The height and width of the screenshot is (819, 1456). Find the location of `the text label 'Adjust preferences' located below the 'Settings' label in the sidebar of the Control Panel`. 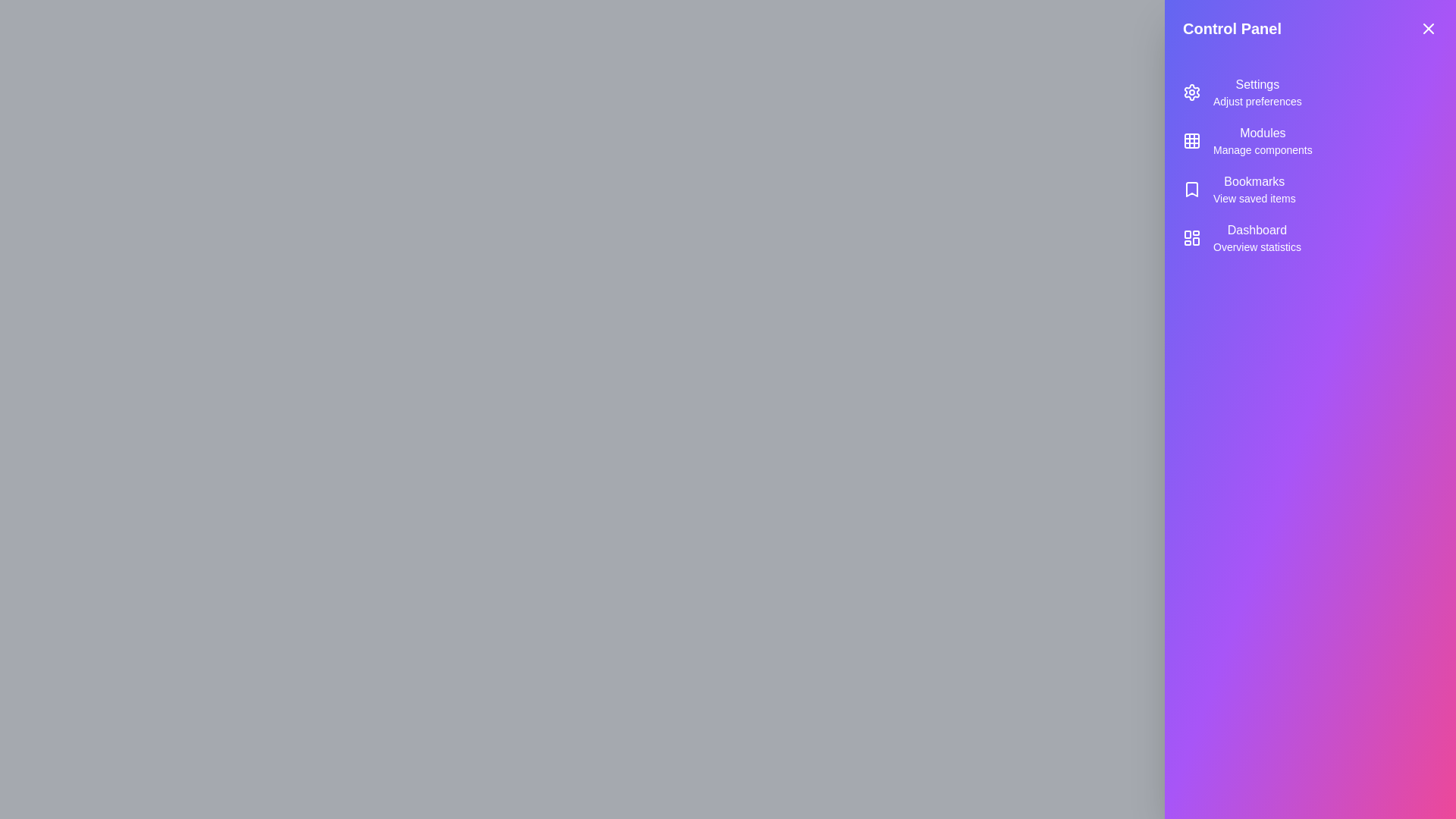

the text label 'Adjust preferences' located below the 'Settings' label in the sidebar of the Control Panel is located at coordinates (1257, 102).